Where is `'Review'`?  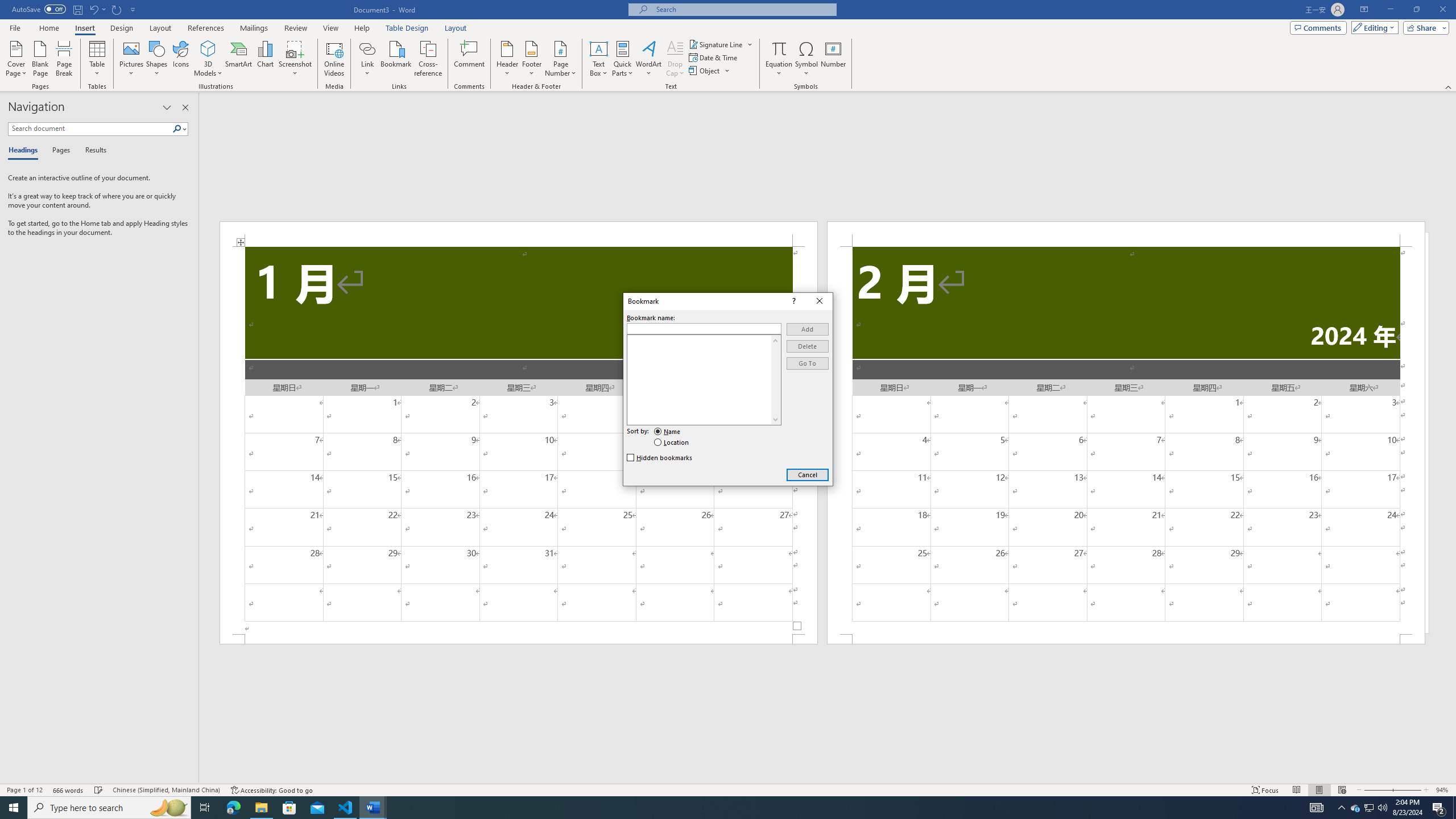 'Review' is located at coordinates (295, 28).